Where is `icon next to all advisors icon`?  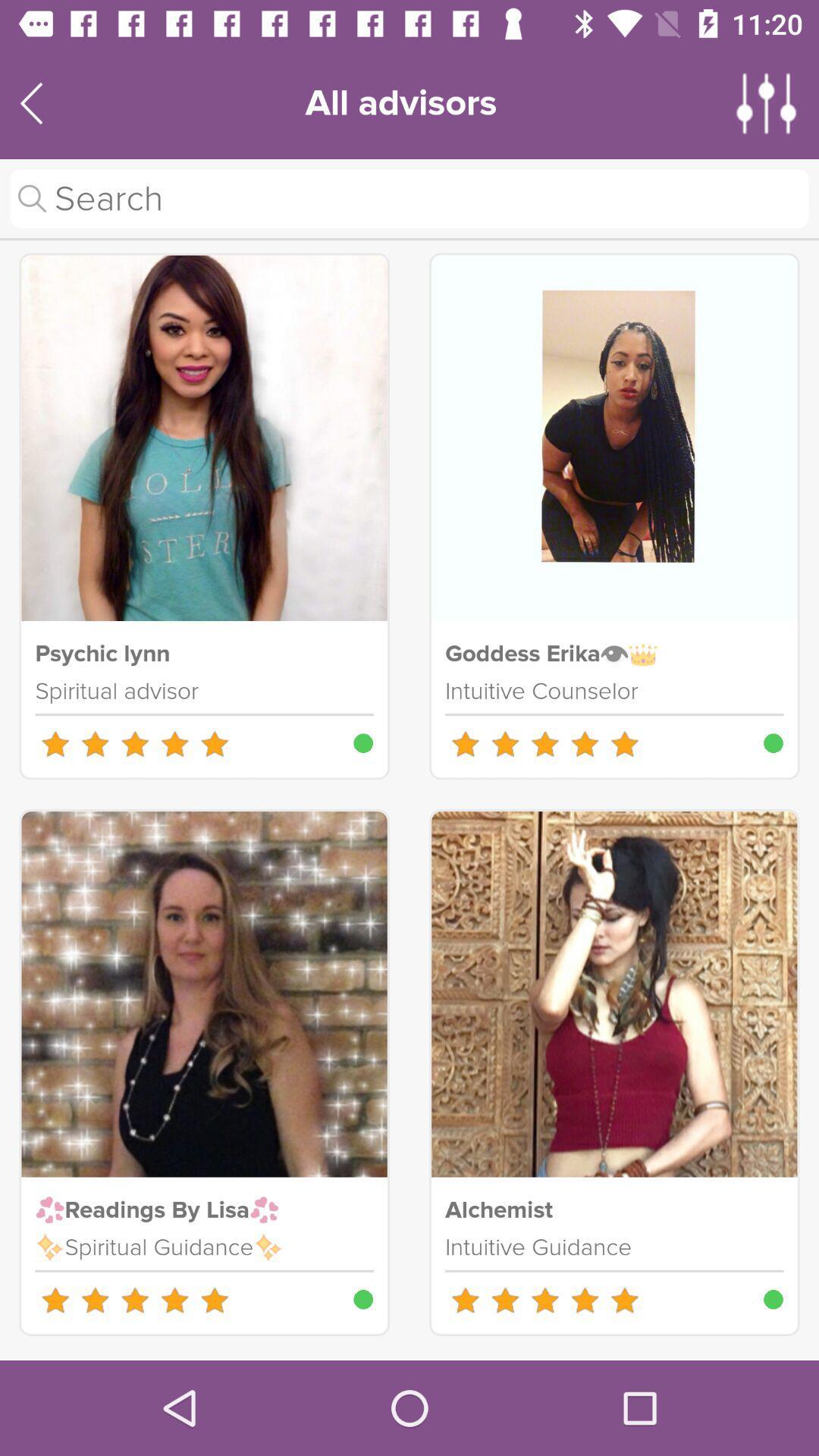 icon next to all advisors icon is located at coordinates (767, 102).